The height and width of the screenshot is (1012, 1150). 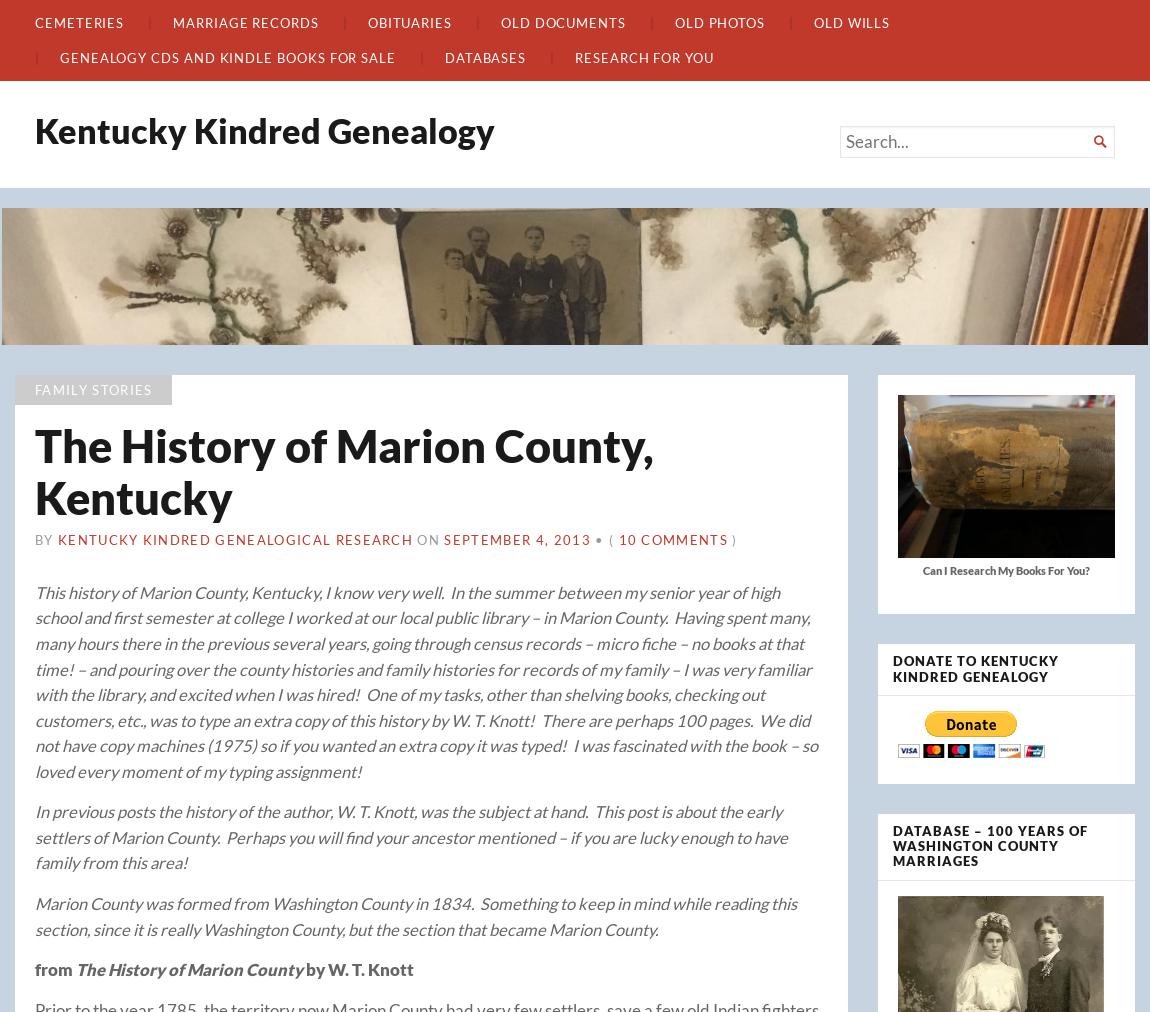 What do you see at coordinates (226, 55) in the screenshot?
I see `'Genealogy CDs and Kindle Books For Sale'` at bounding box center [226, 55].